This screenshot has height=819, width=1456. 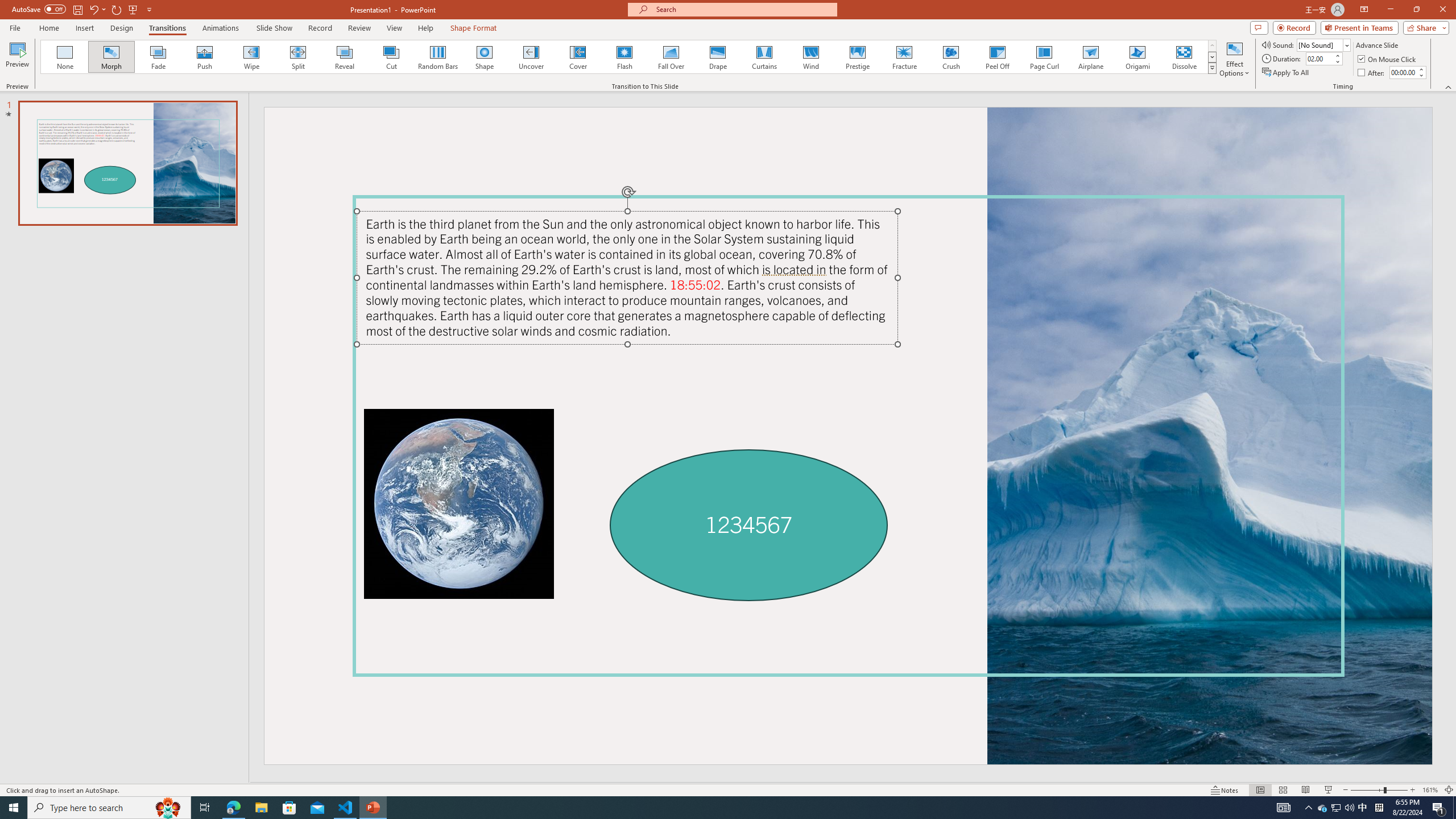 What do you see at coordinates (764, 56) in the screenshot?
I see `'Curtains'` at bounding box center [764, 56].